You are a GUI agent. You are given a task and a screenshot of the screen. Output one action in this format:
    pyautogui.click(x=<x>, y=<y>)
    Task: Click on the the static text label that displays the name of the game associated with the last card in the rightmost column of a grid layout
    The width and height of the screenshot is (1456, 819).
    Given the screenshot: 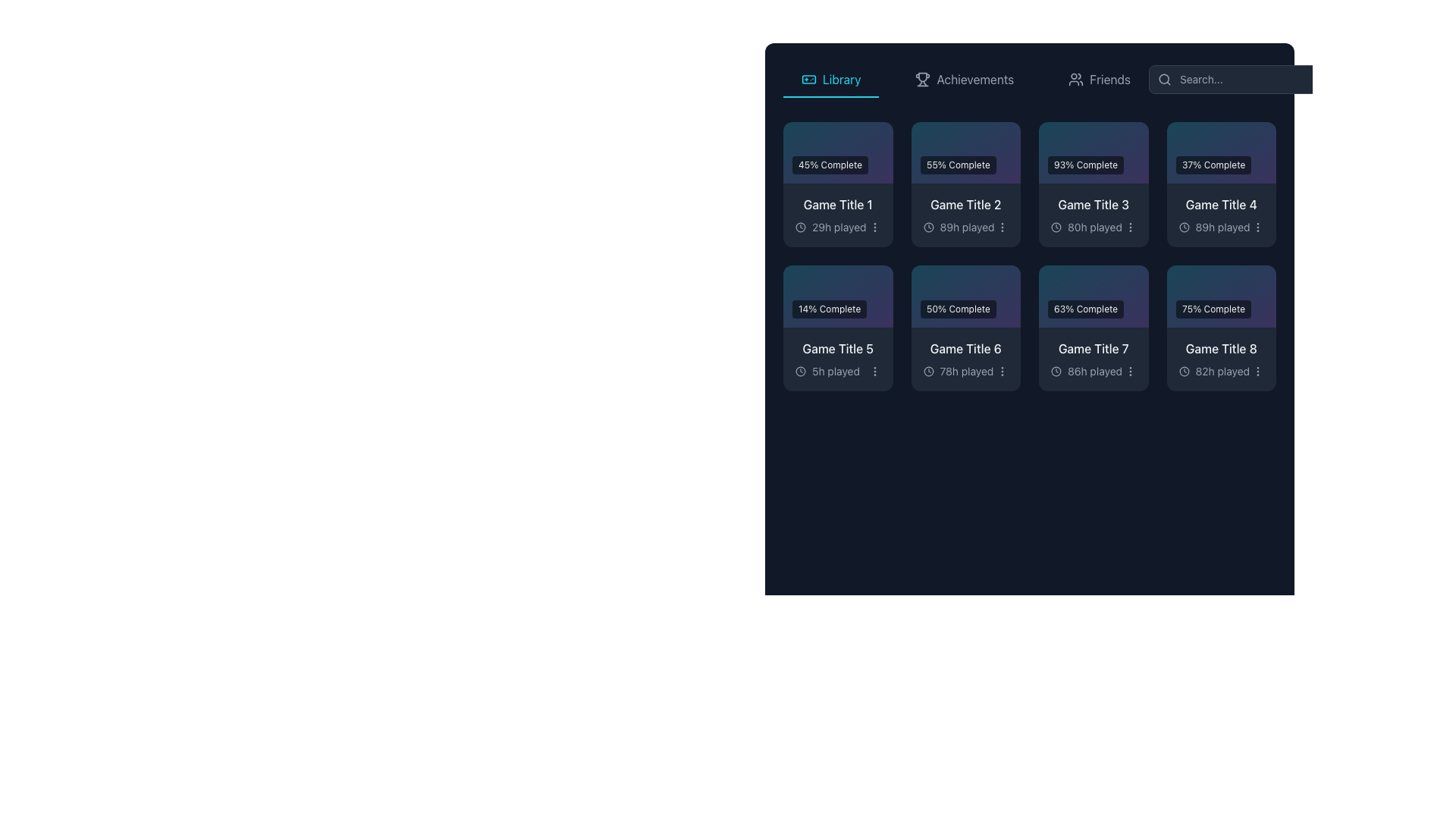 What is the action you would take?
    pyautogui.click(x=1221, y=348)
    